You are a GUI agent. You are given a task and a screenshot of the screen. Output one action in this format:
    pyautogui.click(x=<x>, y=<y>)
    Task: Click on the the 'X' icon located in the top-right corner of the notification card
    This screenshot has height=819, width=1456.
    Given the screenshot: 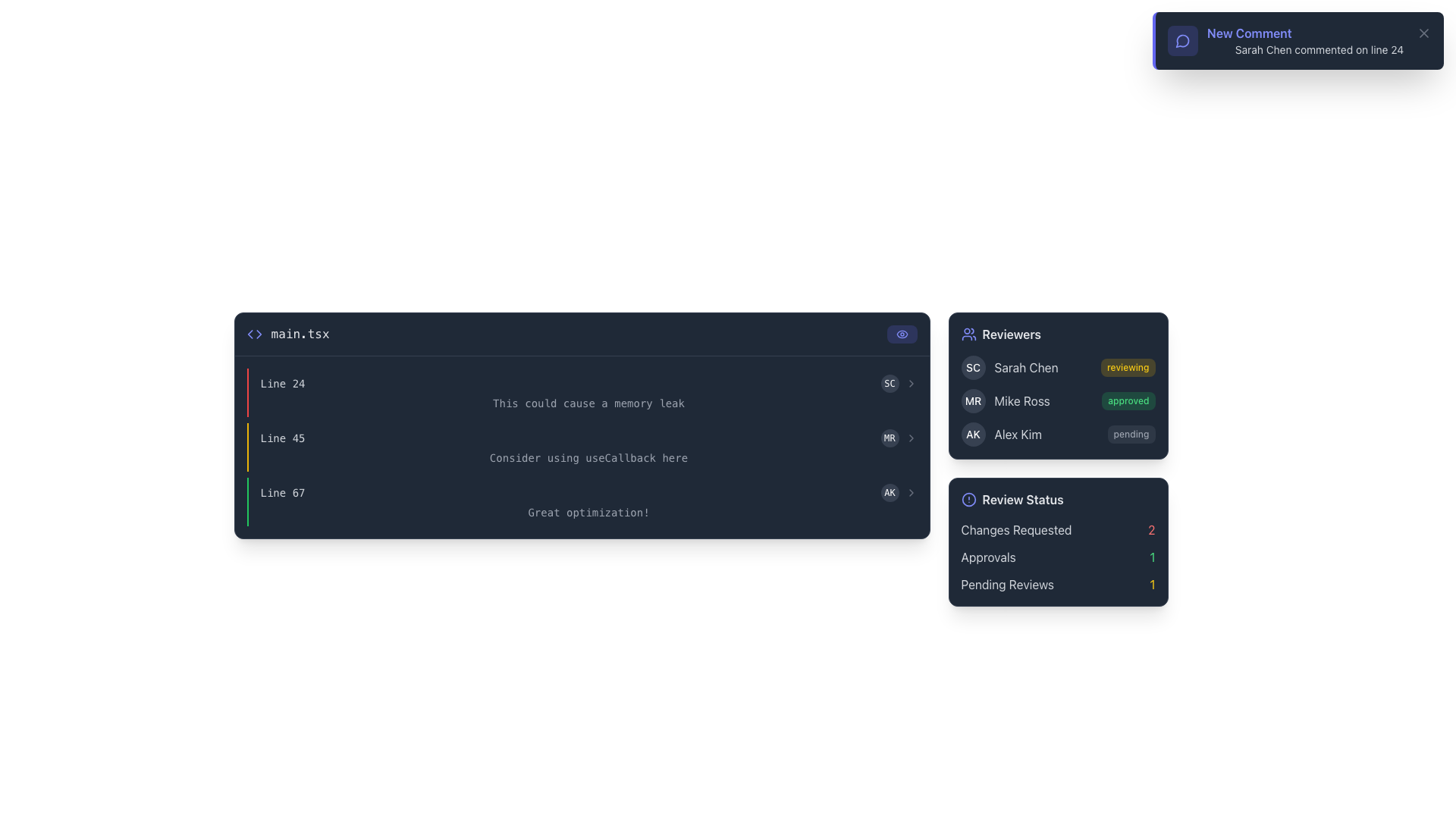 What is the action you would take?
    pyautogui.click(x=1423, y=33)
    